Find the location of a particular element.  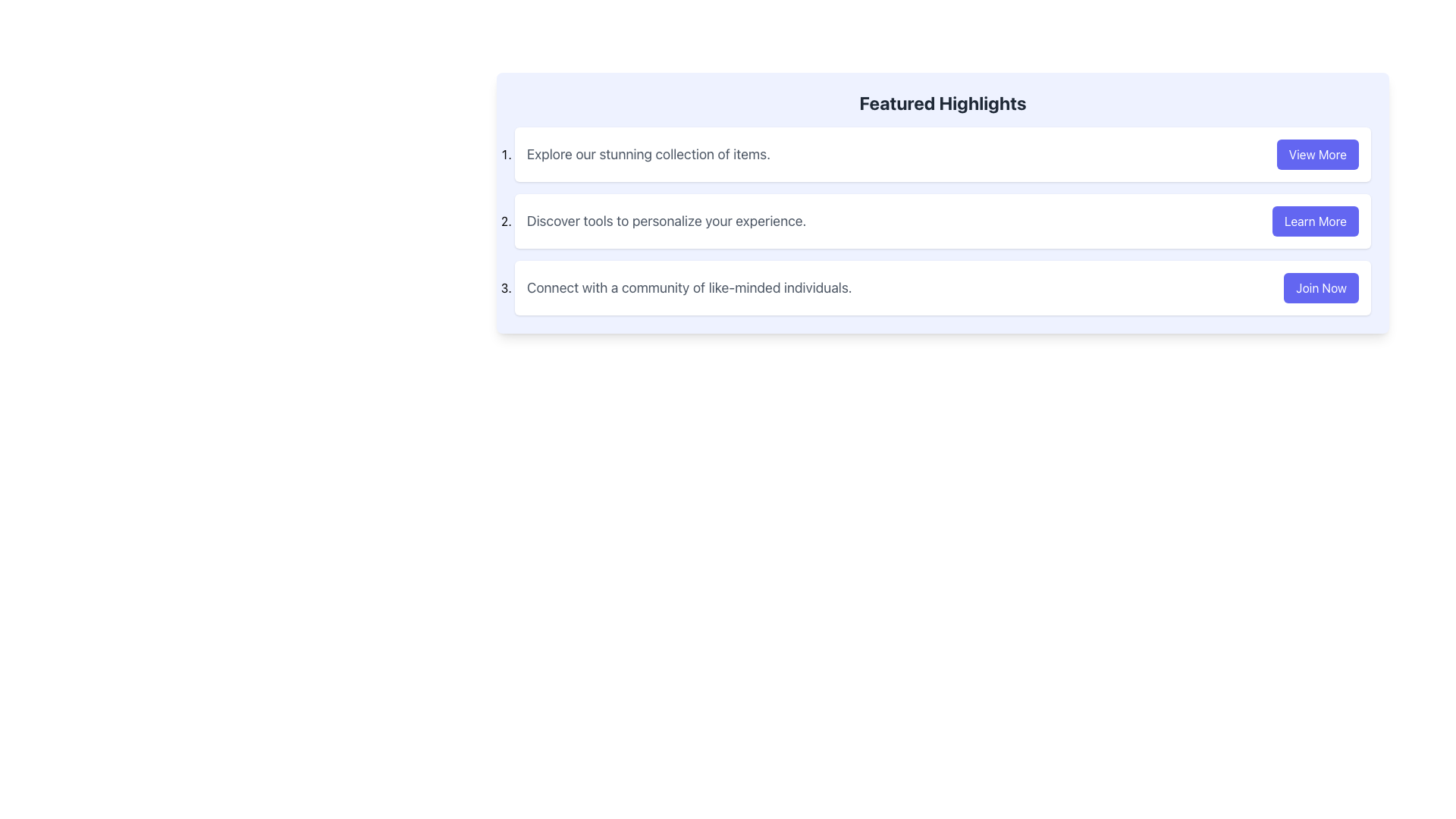

the 'Join Now' button located on the far right of the third row in the vertical list of highlighted features, adjacent to the text 'Connect with a community of like-minded individuals.' is located at coordinates (1320, 288).